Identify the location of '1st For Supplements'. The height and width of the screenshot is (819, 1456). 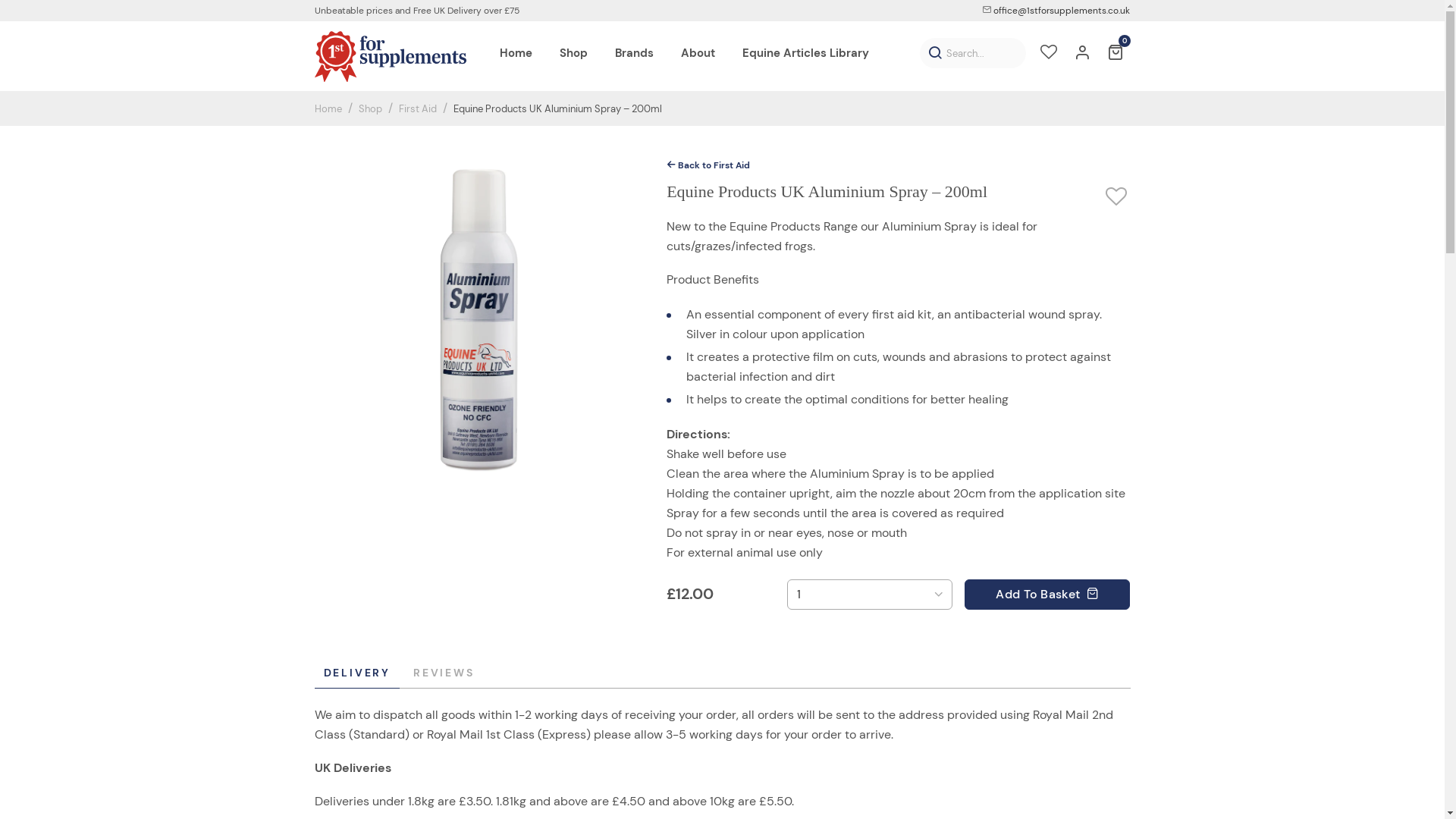
(312, 55).